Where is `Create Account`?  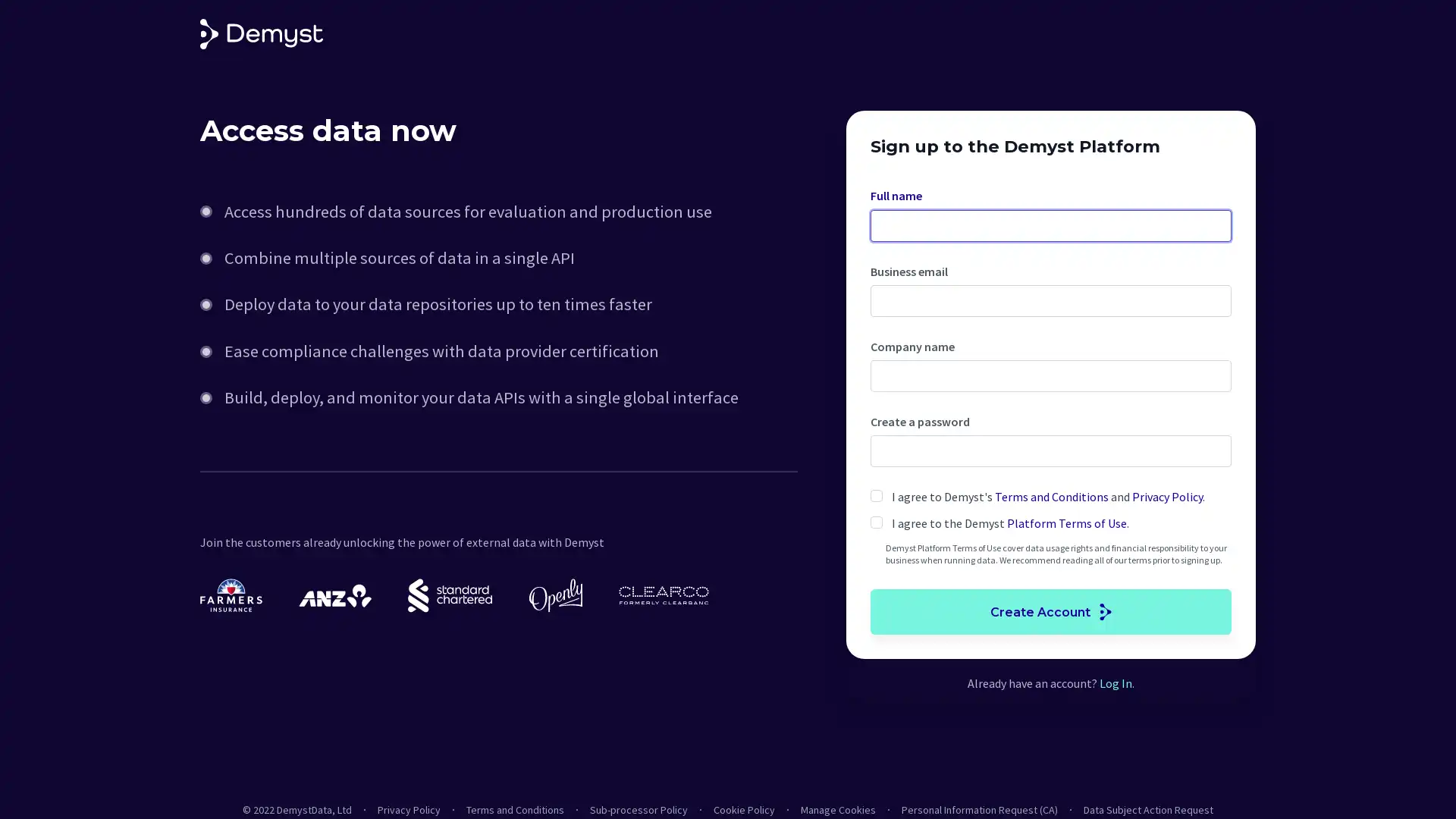 Create Account is located at coordinates (1050, 610).